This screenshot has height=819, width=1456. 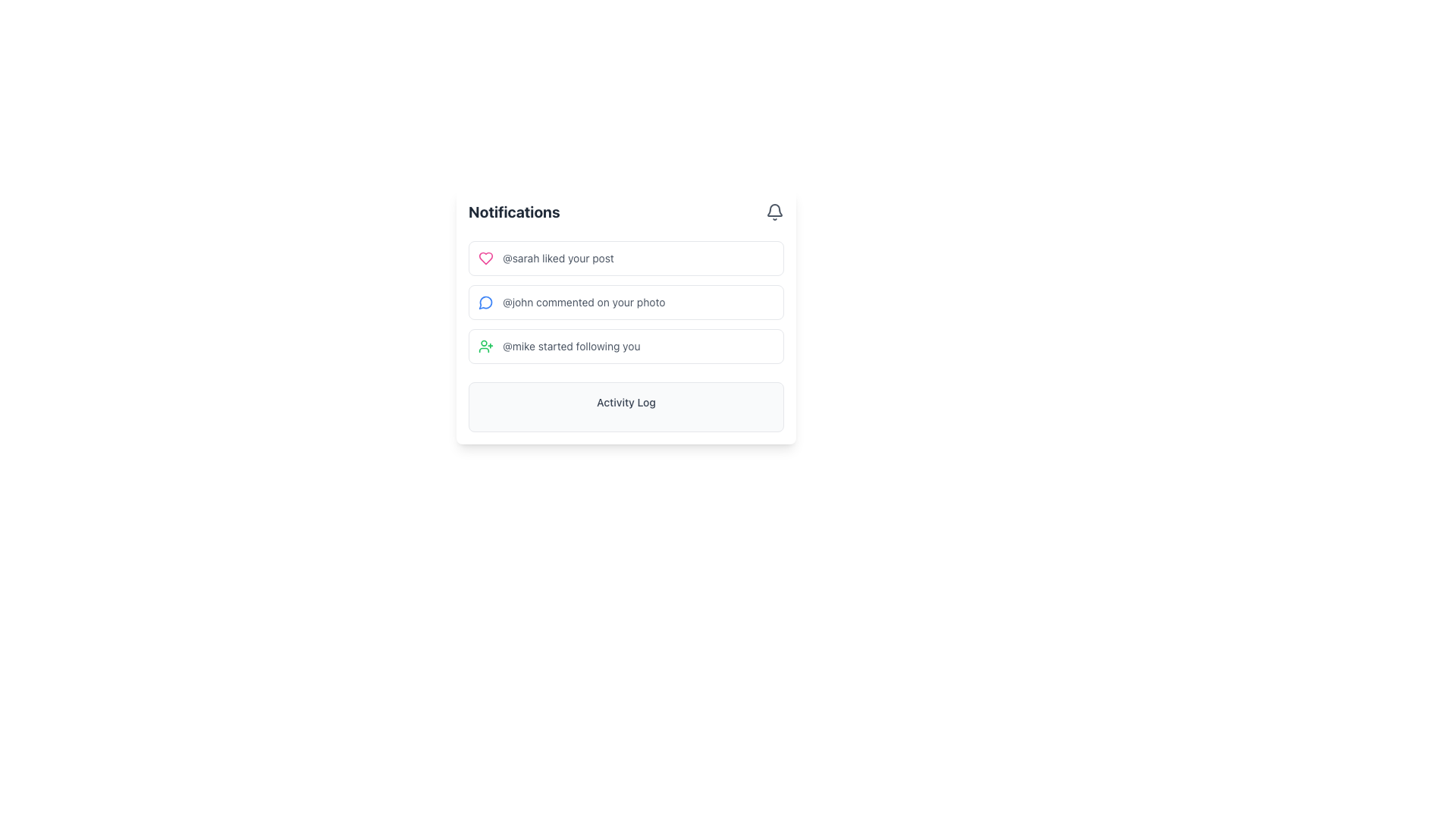 What do you see at coordinates (775, 212) in the screenshot?
I see `the bell-shaped notification icon located at the top-right corner of the 'Notifications' header box` at bounding box center [775, 212].